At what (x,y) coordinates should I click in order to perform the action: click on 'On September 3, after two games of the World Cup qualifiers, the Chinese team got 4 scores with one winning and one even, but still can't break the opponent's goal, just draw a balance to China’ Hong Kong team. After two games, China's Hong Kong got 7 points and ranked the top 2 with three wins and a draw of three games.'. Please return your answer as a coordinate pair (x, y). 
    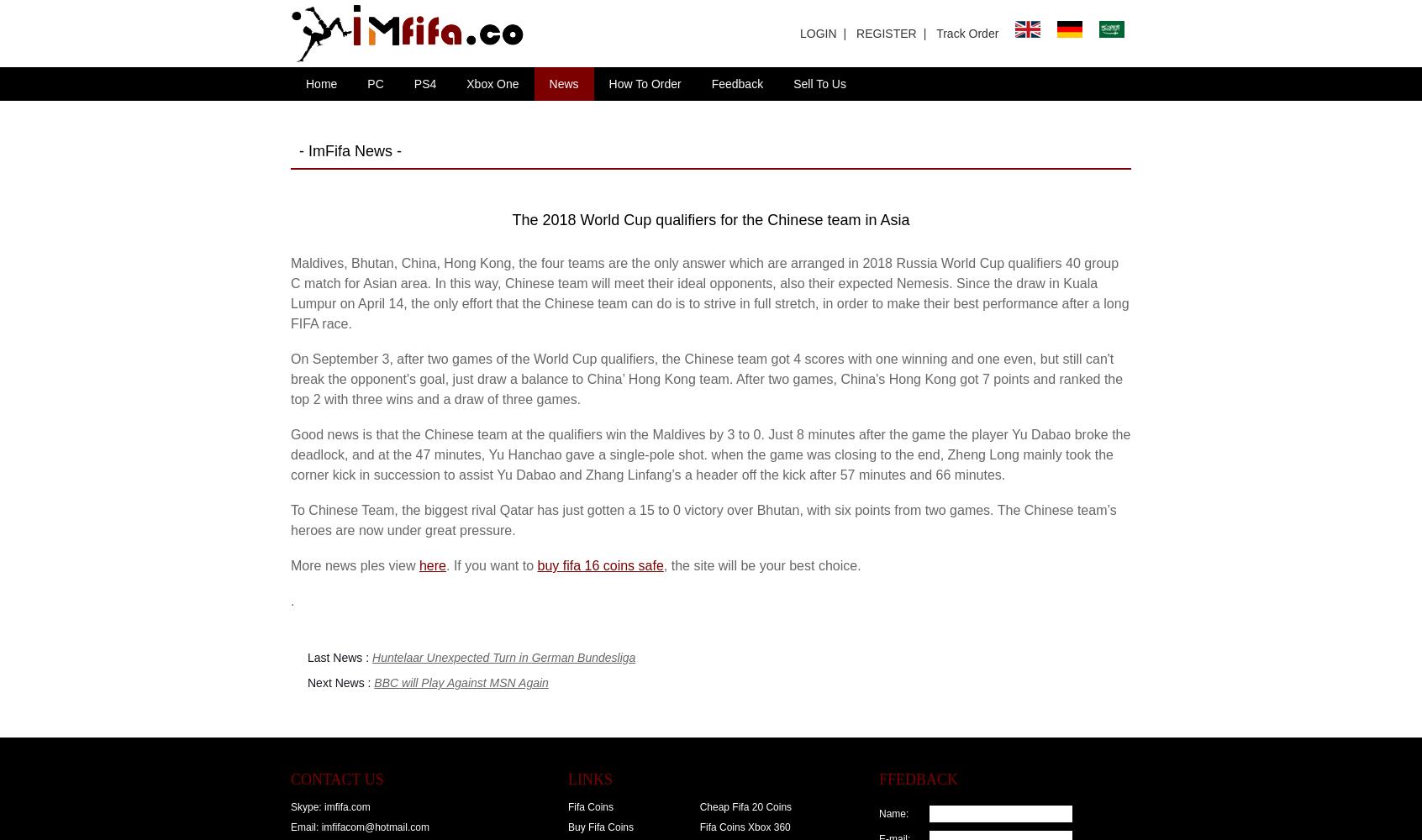
    Looking at the image, I should click on (290, 378).